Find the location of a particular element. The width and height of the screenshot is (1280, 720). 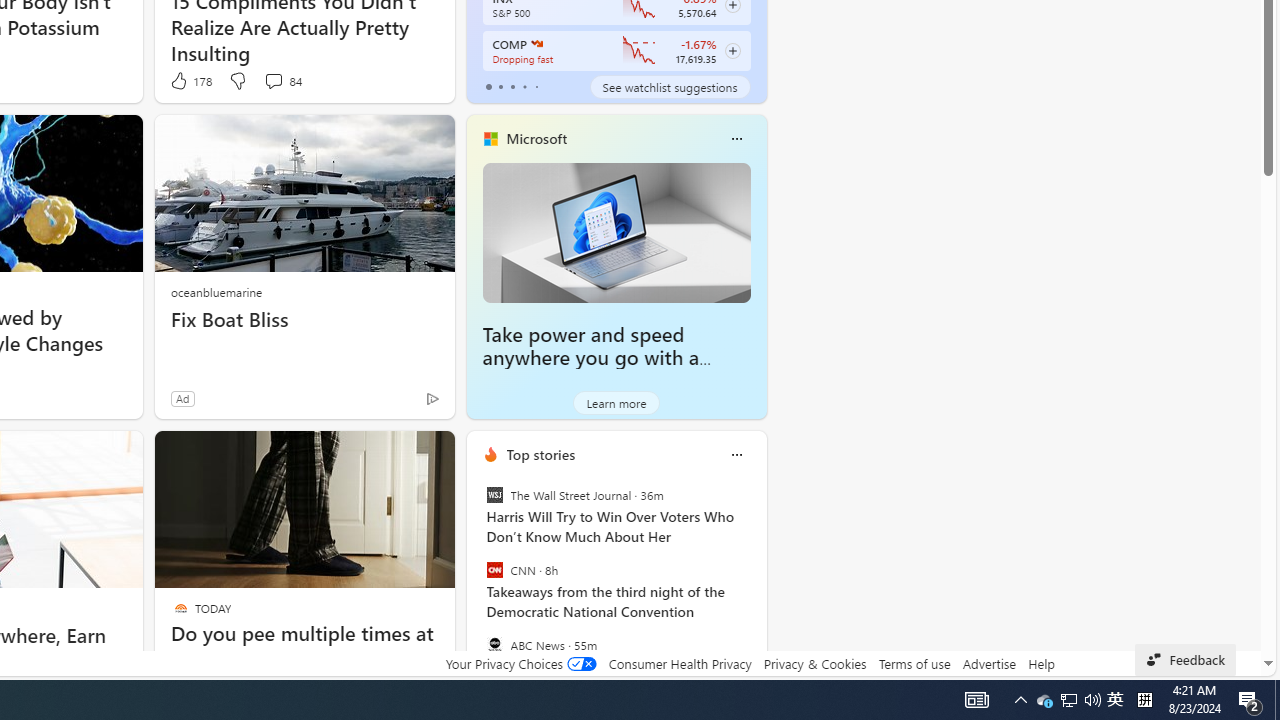

'CNN' is located at coordinates (494, 570).